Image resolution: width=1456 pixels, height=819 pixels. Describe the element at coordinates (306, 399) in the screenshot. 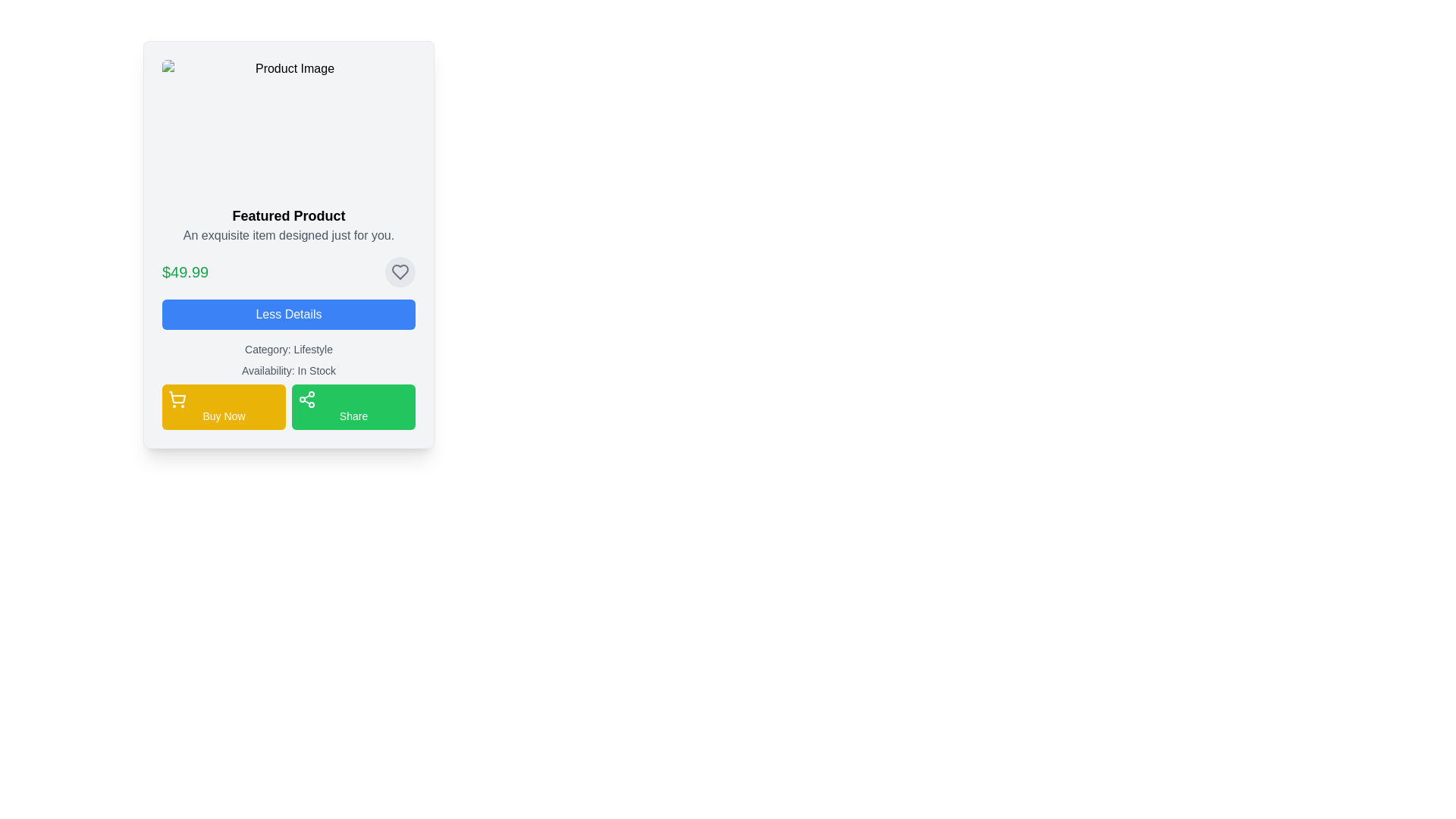

I see `the share icon in the green 'Share' button located at the bottom right section of the interface` at that location.